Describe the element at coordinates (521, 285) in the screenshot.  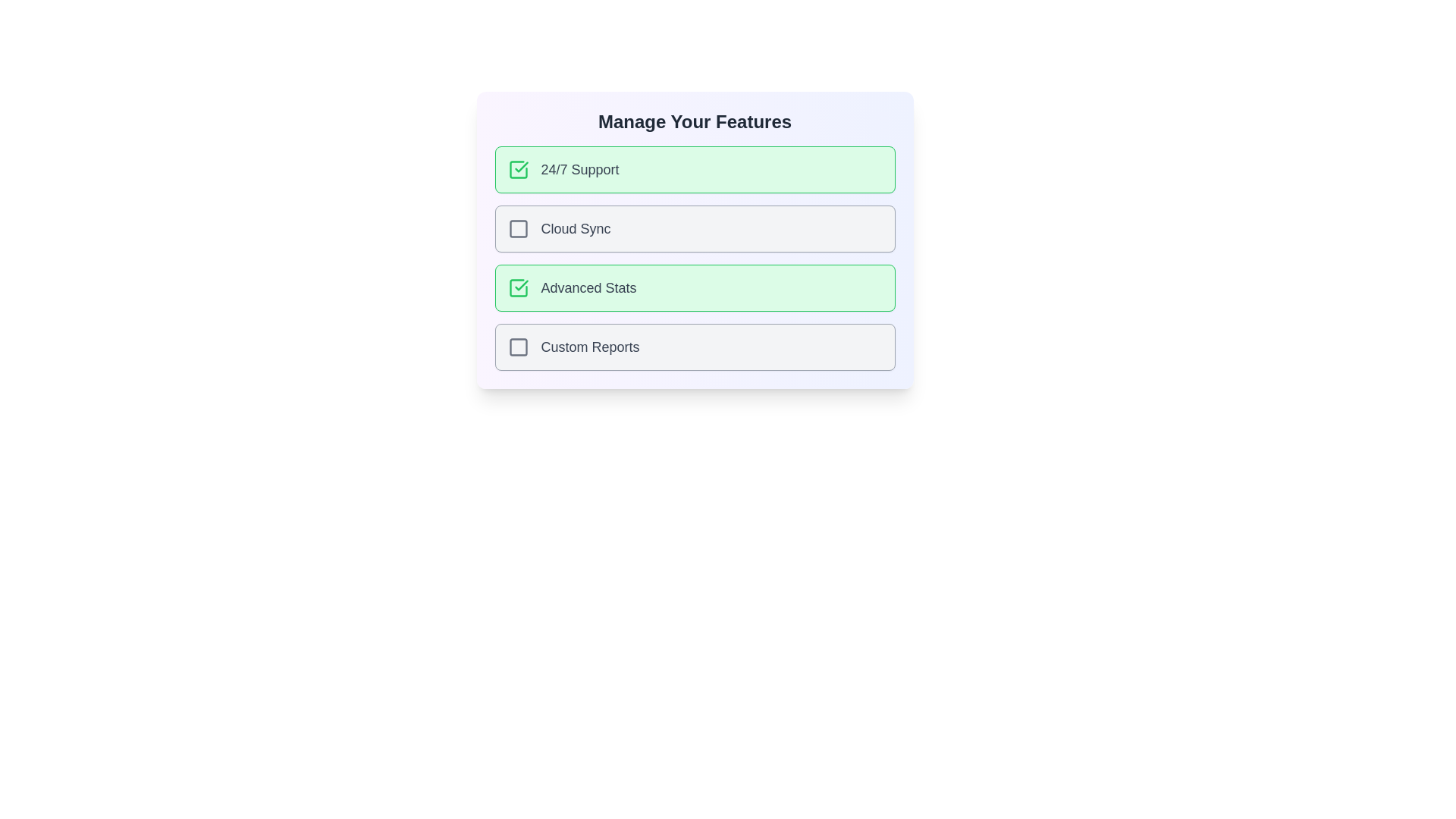
I see `the checkmark icon indicating that the '24/7 Support' feature is activated, located within the highlighted rectangular section at the top of the vertical stack of features` at that location.